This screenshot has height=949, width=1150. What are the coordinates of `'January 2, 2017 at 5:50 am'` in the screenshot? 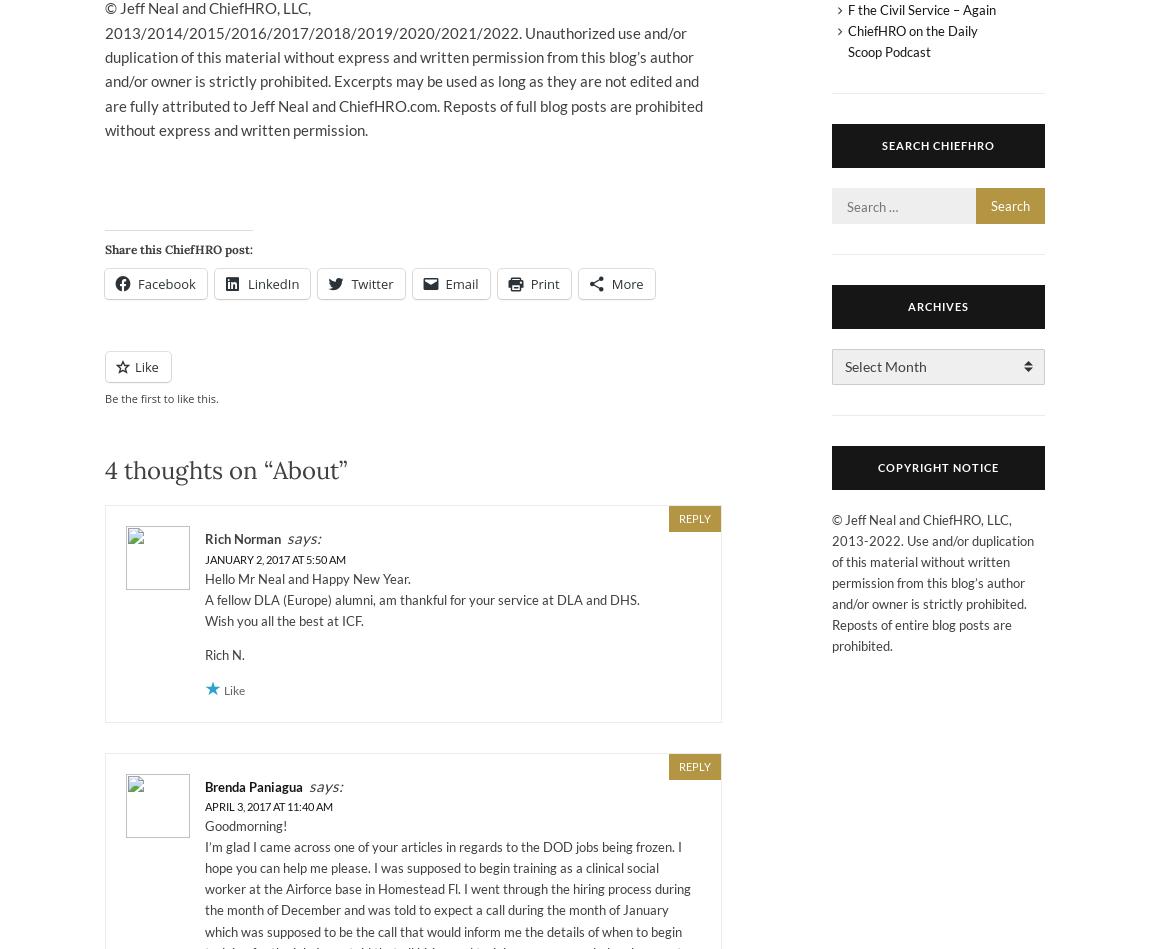 It's located at (274, 557).